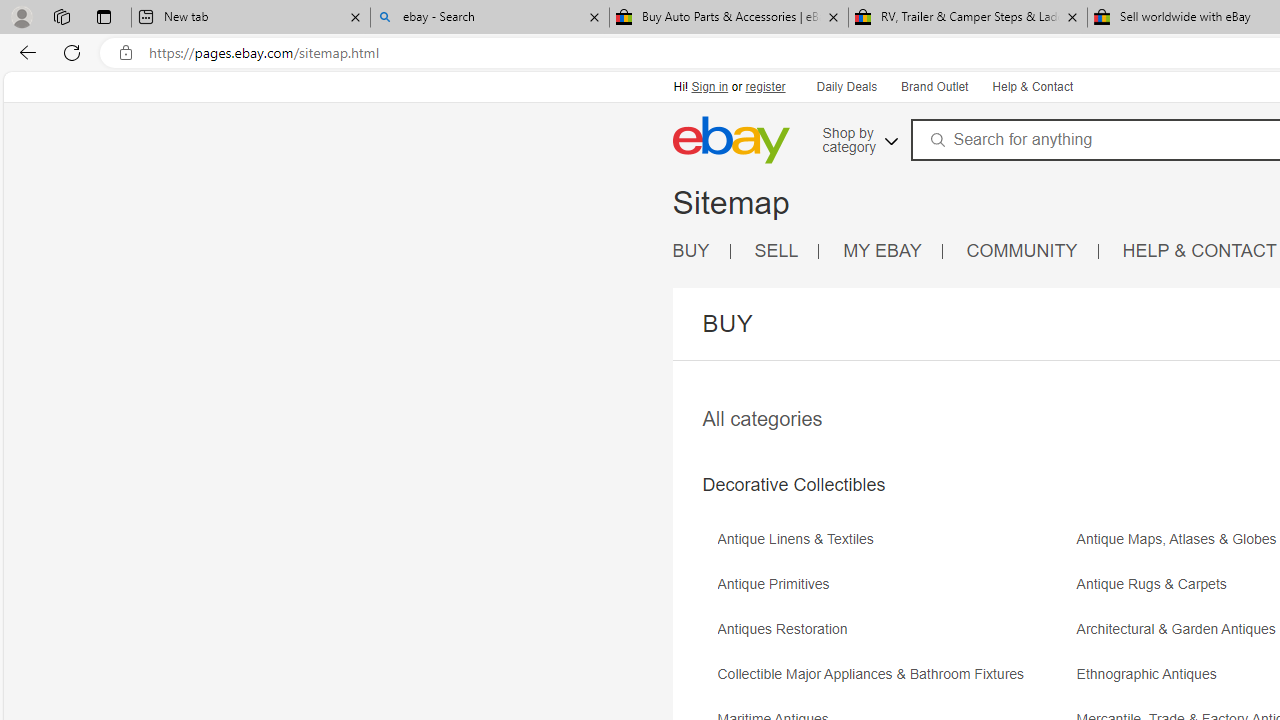 The image size is (1280, 720). Describe the element at coordinates (846, 85) in the screenshot. I see `'Daily Deals'` at that location.